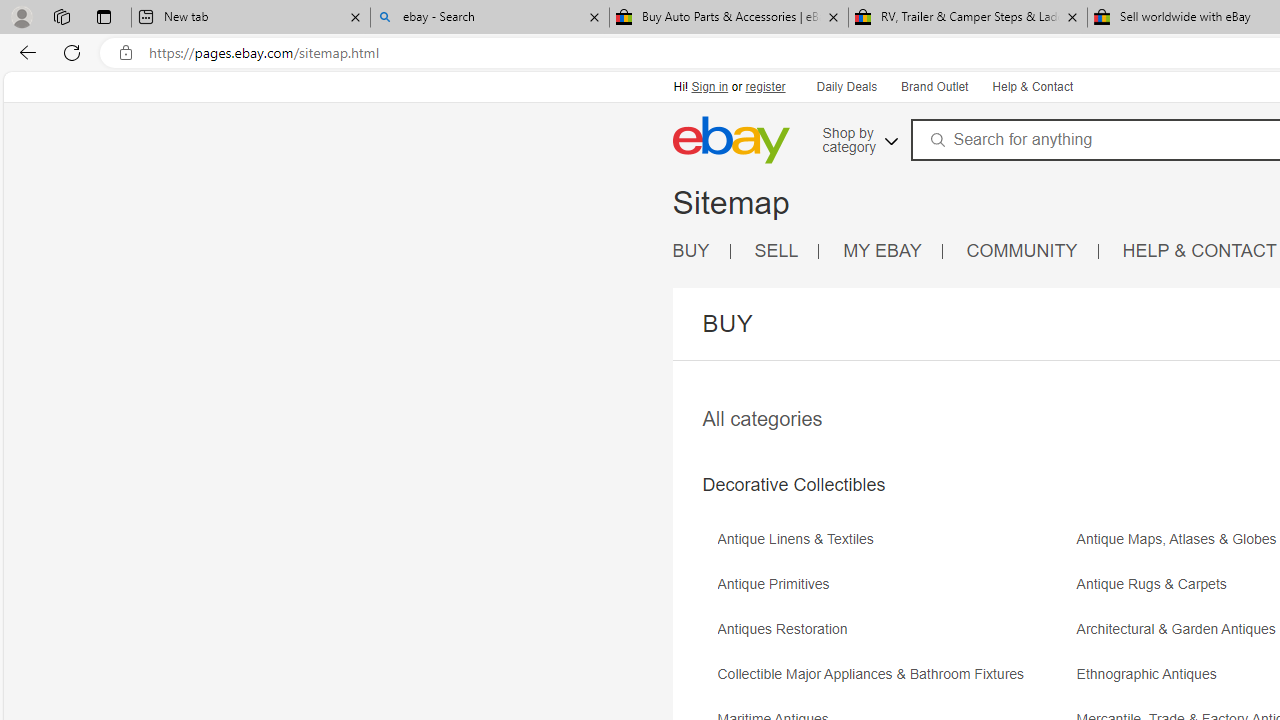 The image size is (1280, 720). Describe the element at coordinates (846, 85) in the screenshot. I see `'Daily Deals'` at that location.